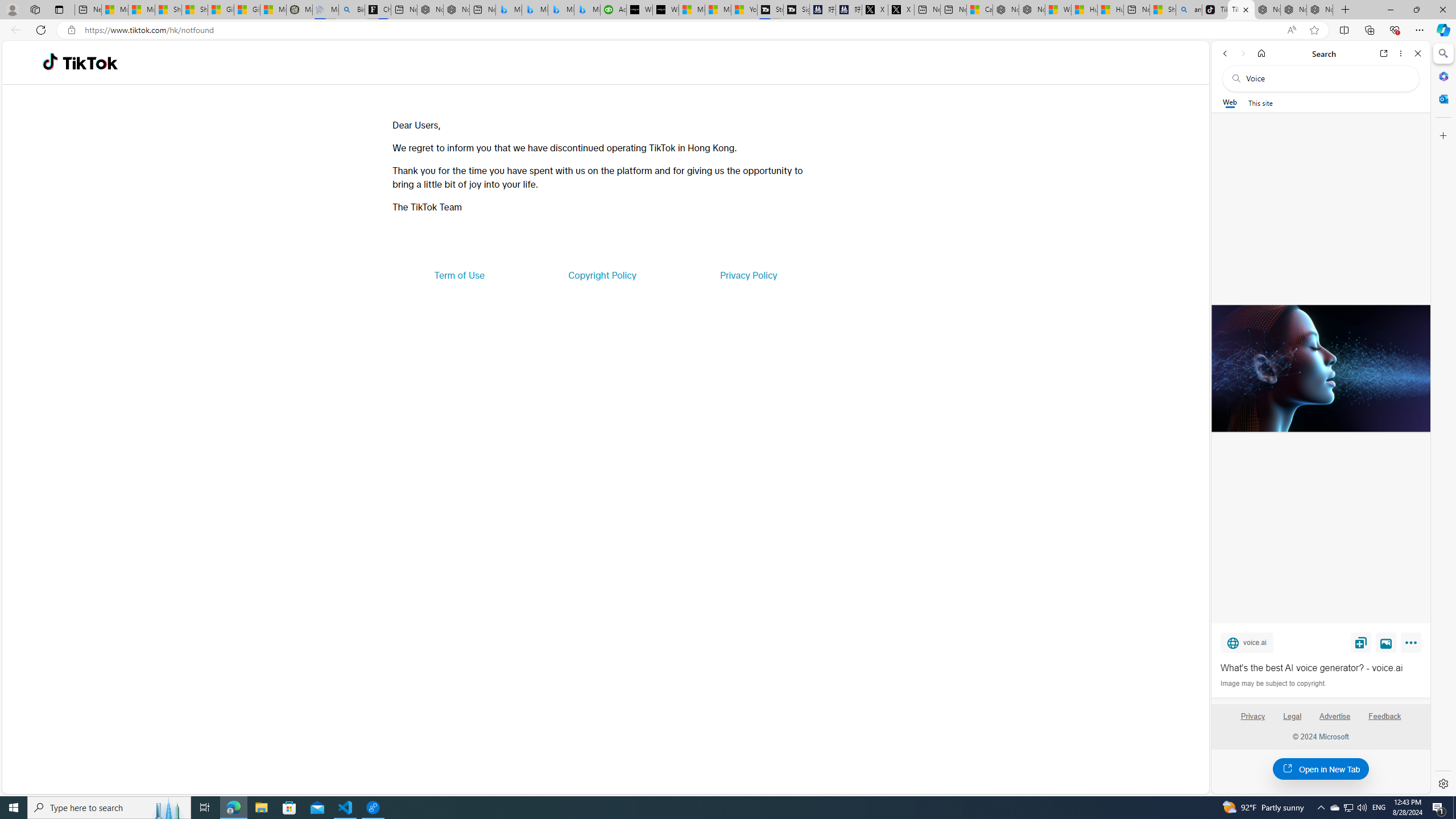  I want to click on 'Customize', so click(1442, 135).